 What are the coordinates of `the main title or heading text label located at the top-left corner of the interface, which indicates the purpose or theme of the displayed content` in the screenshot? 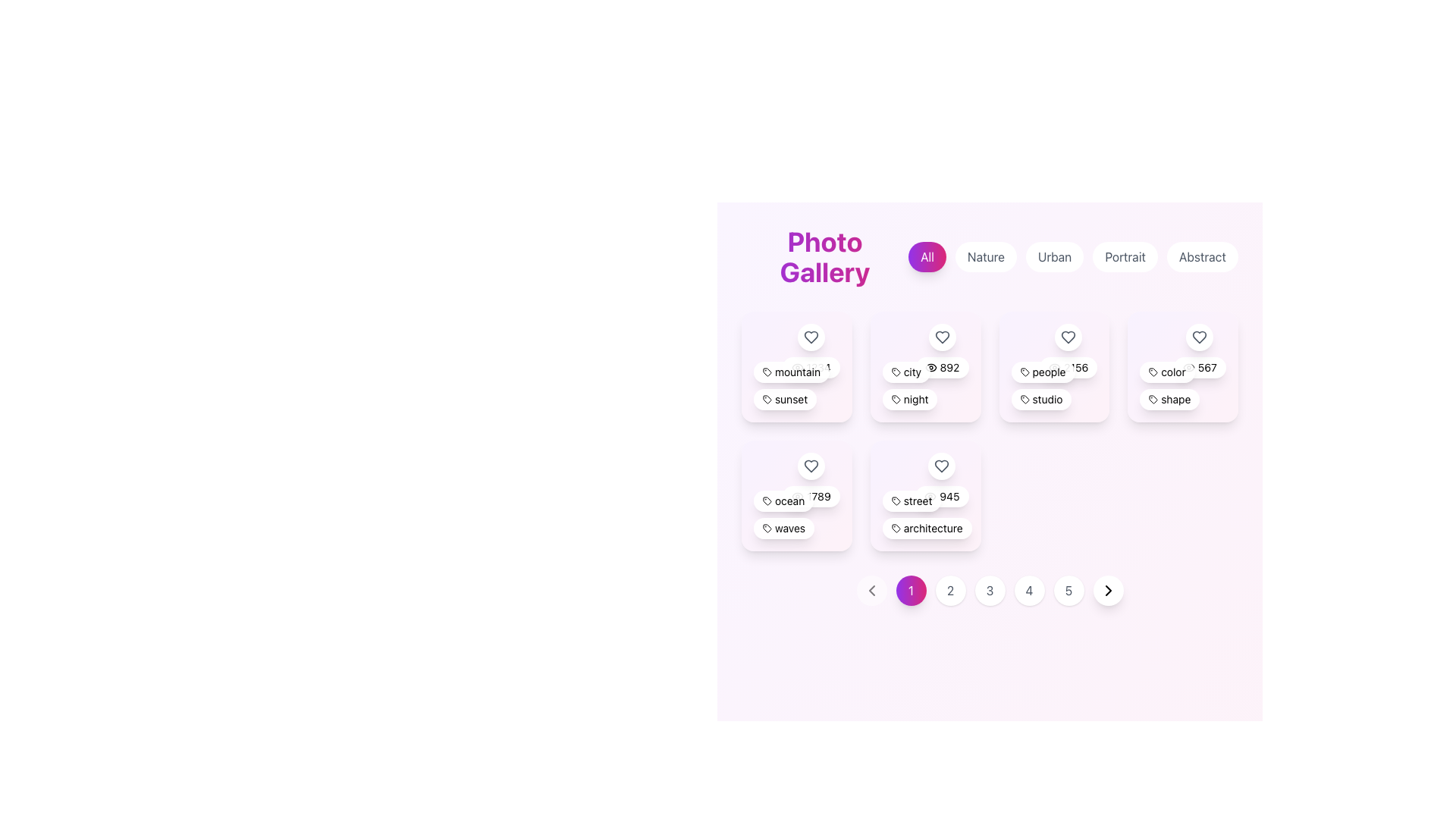 It's located at (824, 256).